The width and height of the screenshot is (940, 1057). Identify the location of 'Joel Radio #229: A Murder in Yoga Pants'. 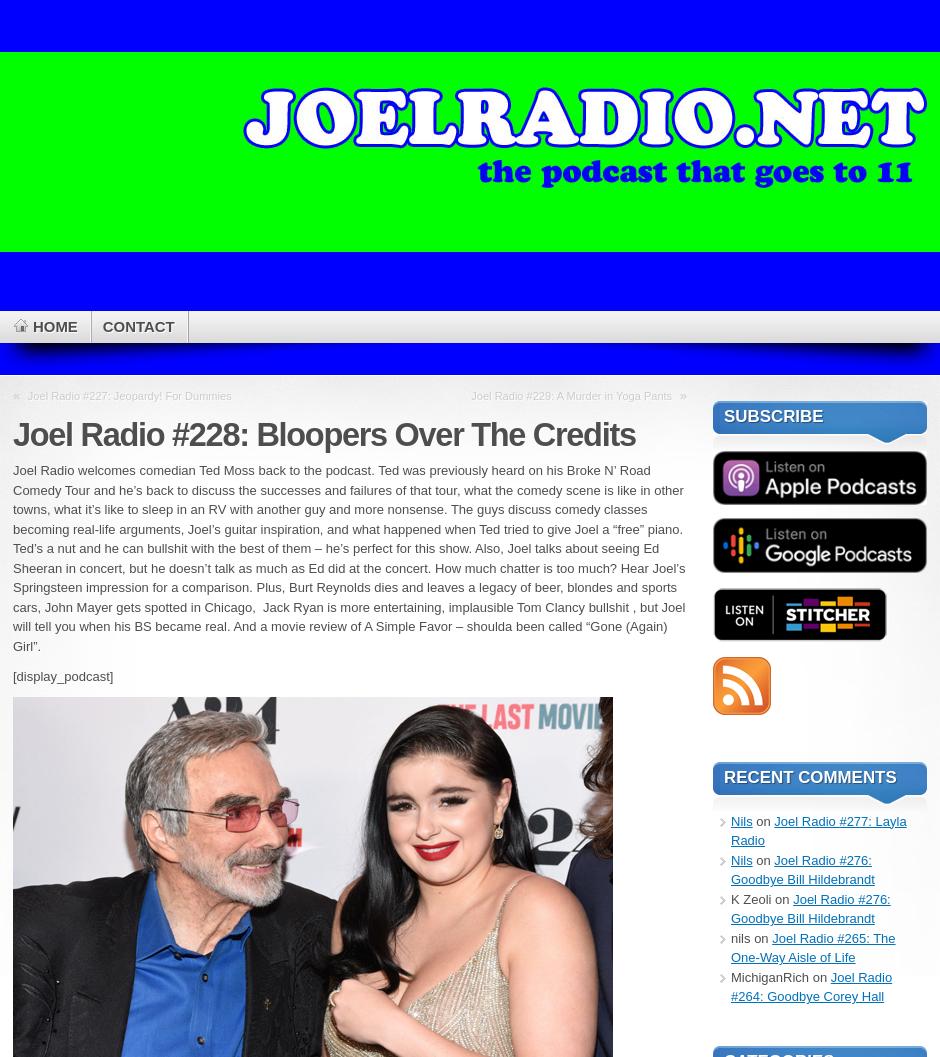
(571, 394).